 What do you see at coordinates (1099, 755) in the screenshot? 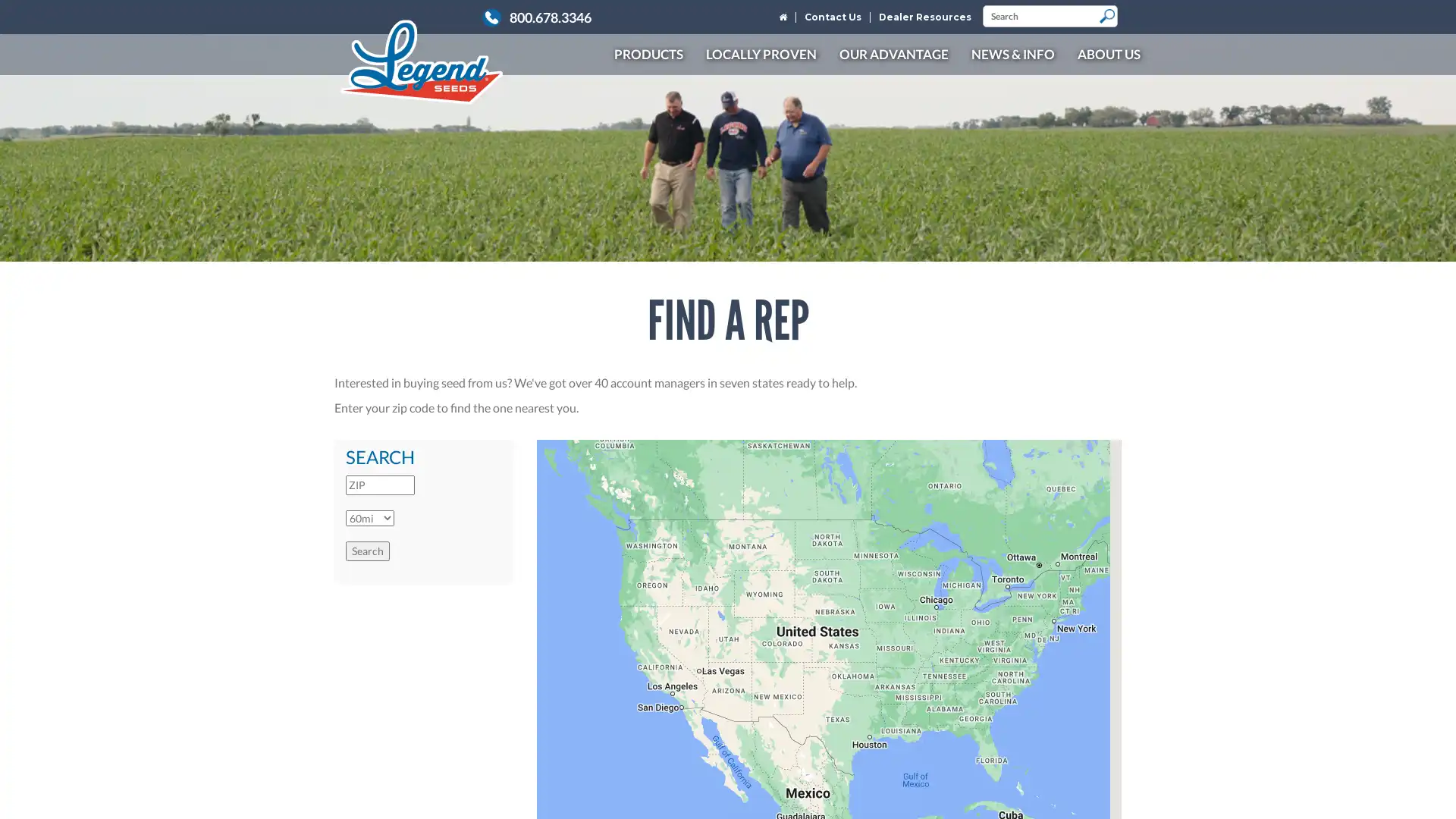
I see `Zoom in` at bounding box center [1099, 755].